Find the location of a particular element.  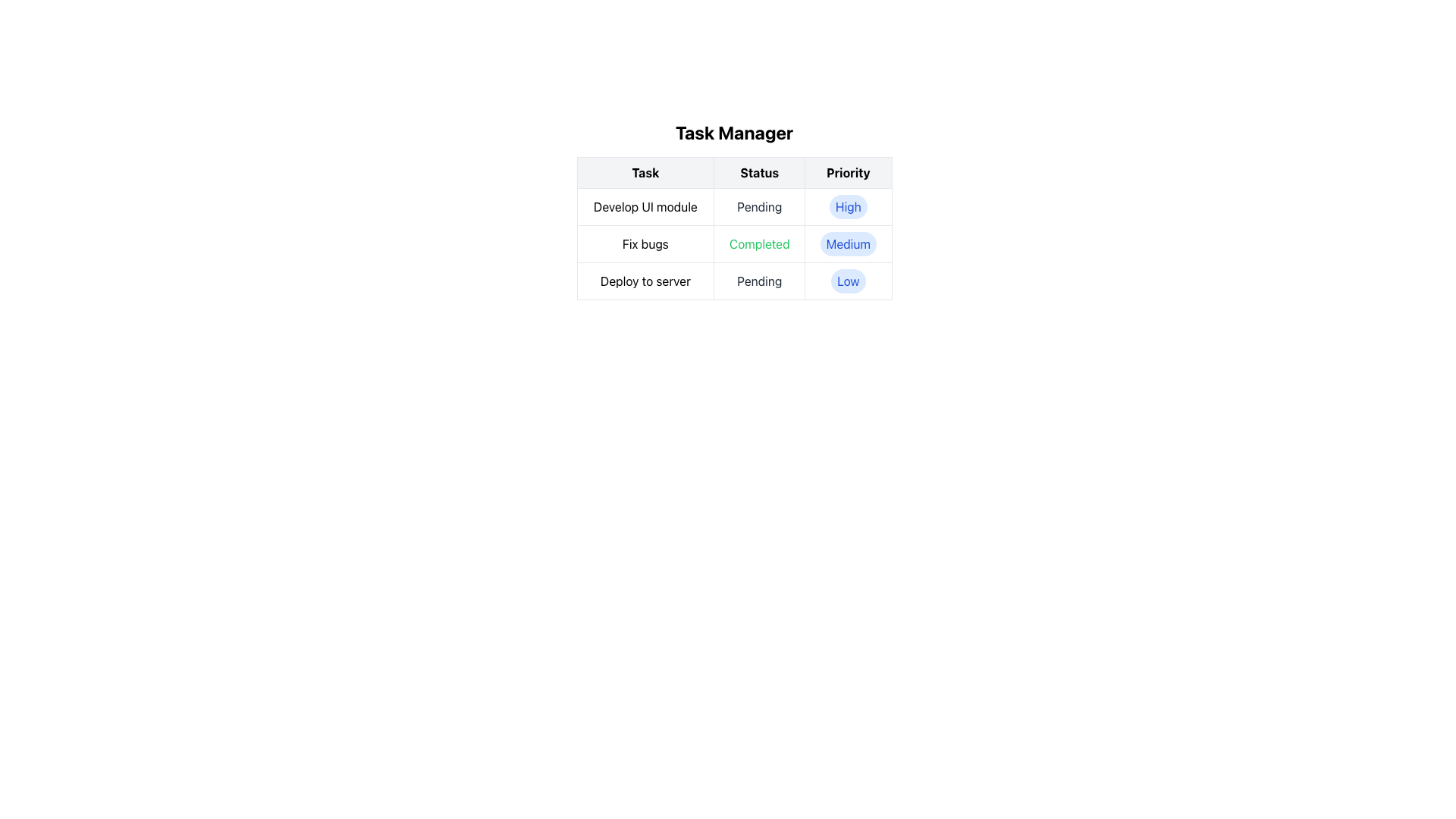

the 'Pending' status text label within the 'Task Manager' table, located in the second row and second column, which indicates the task 'Develop UI module.' is located at coordinates (759, 207).